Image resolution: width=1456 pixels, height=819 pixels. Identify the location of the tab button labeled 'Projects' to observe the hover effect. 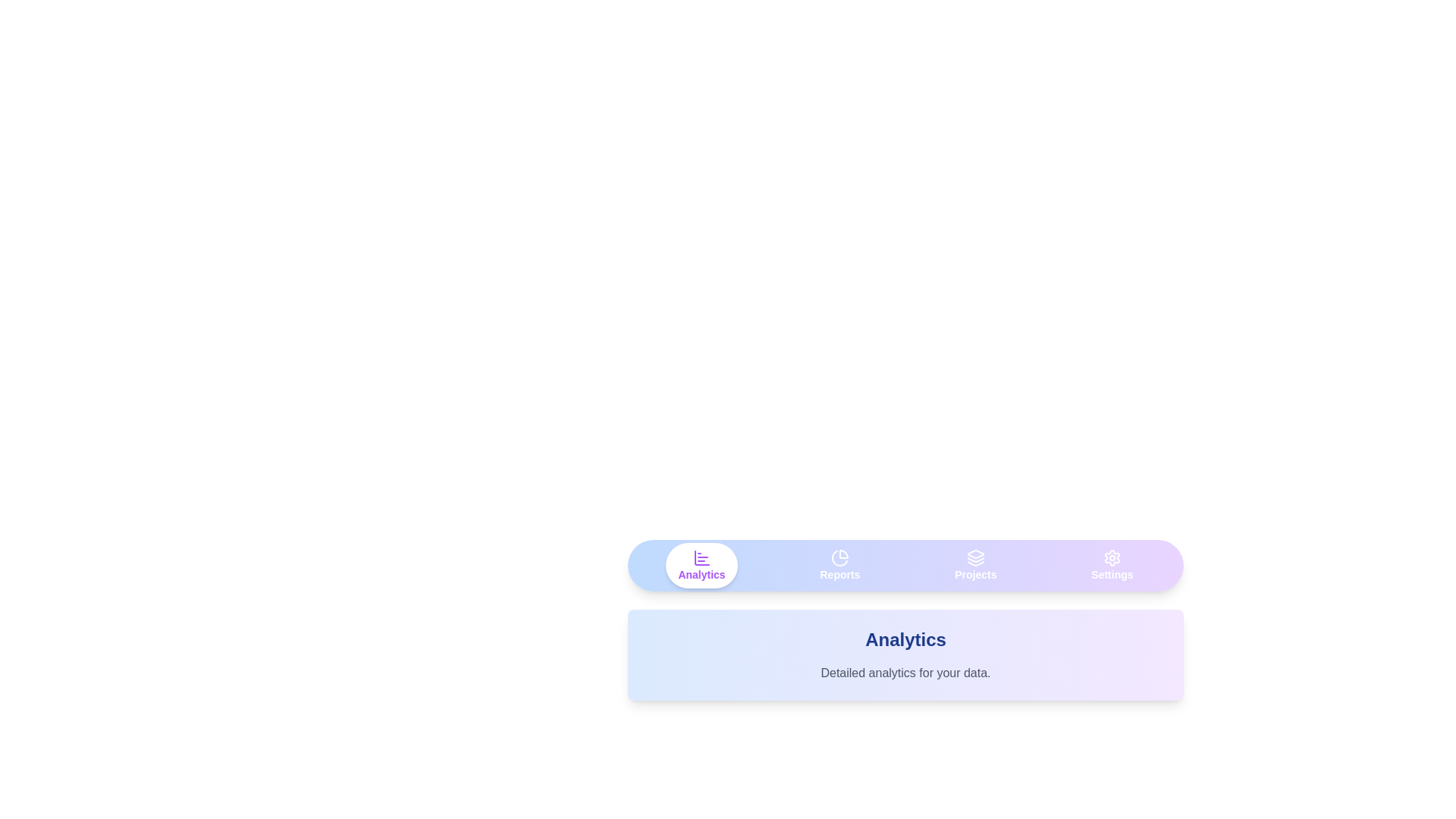
(975, 565).